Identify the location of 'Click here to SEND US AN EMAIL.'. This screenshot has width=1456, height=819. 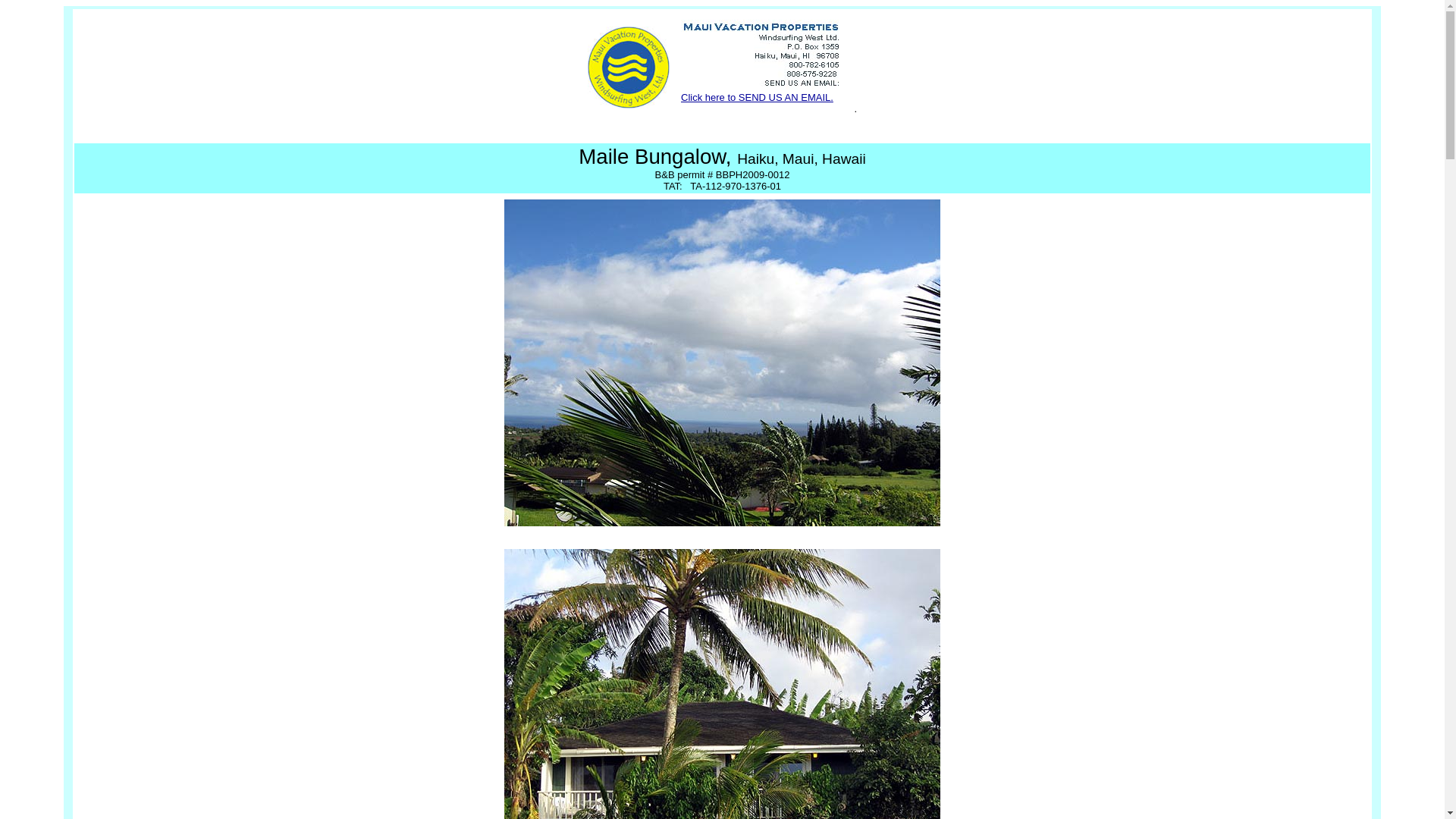
(679, 97).